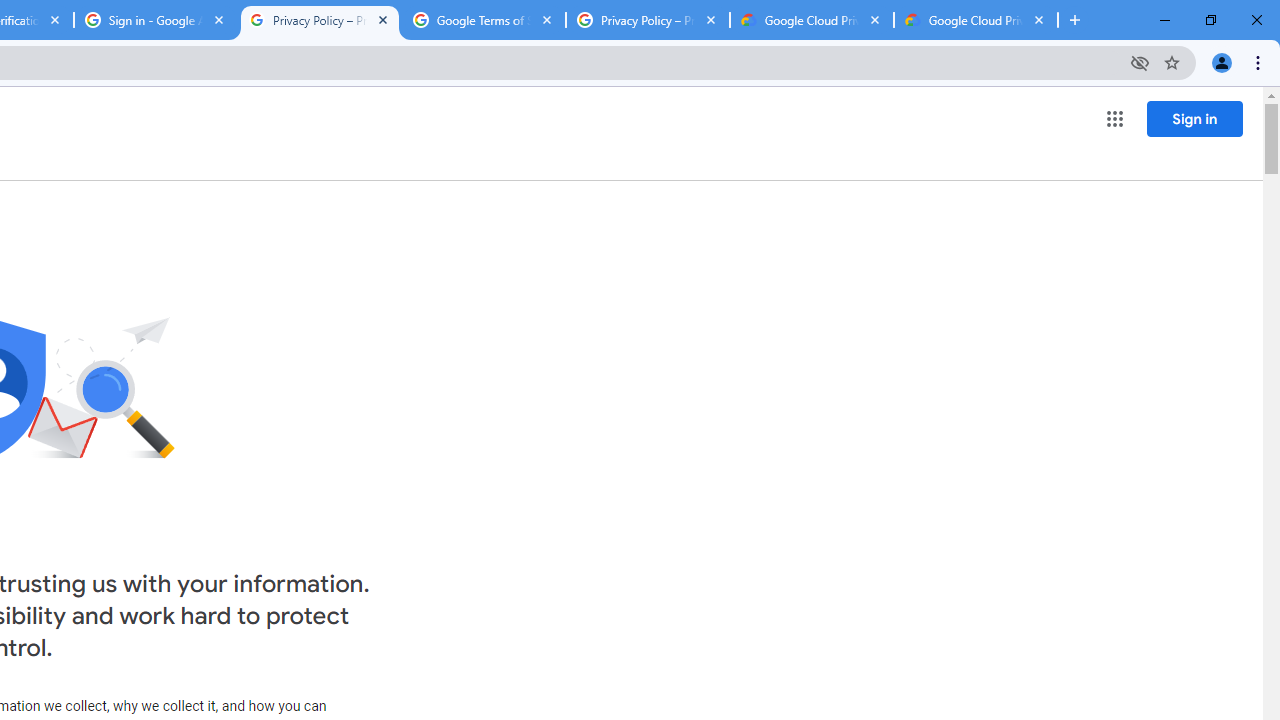 The height and width of the screenshot is (720, 1280). Describe the element at coordinates (155, 20) in the screenshot. I see `'Sign in - Google Accounts'` at that location.